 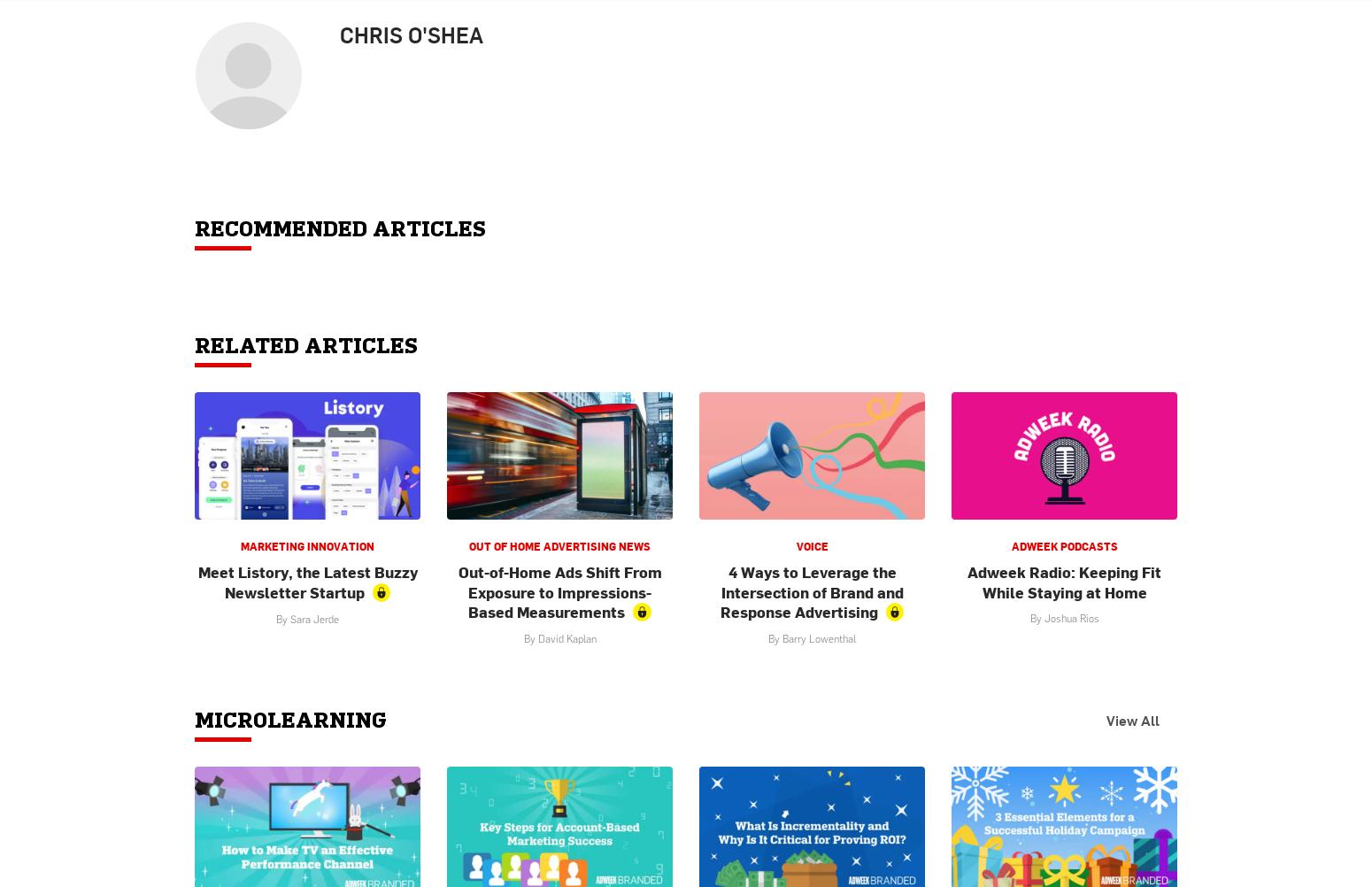 I want to click on 'Out-of-Home Ads Shift From Exposure to Impressions-Based Measurements', so click(x=558, y=591).